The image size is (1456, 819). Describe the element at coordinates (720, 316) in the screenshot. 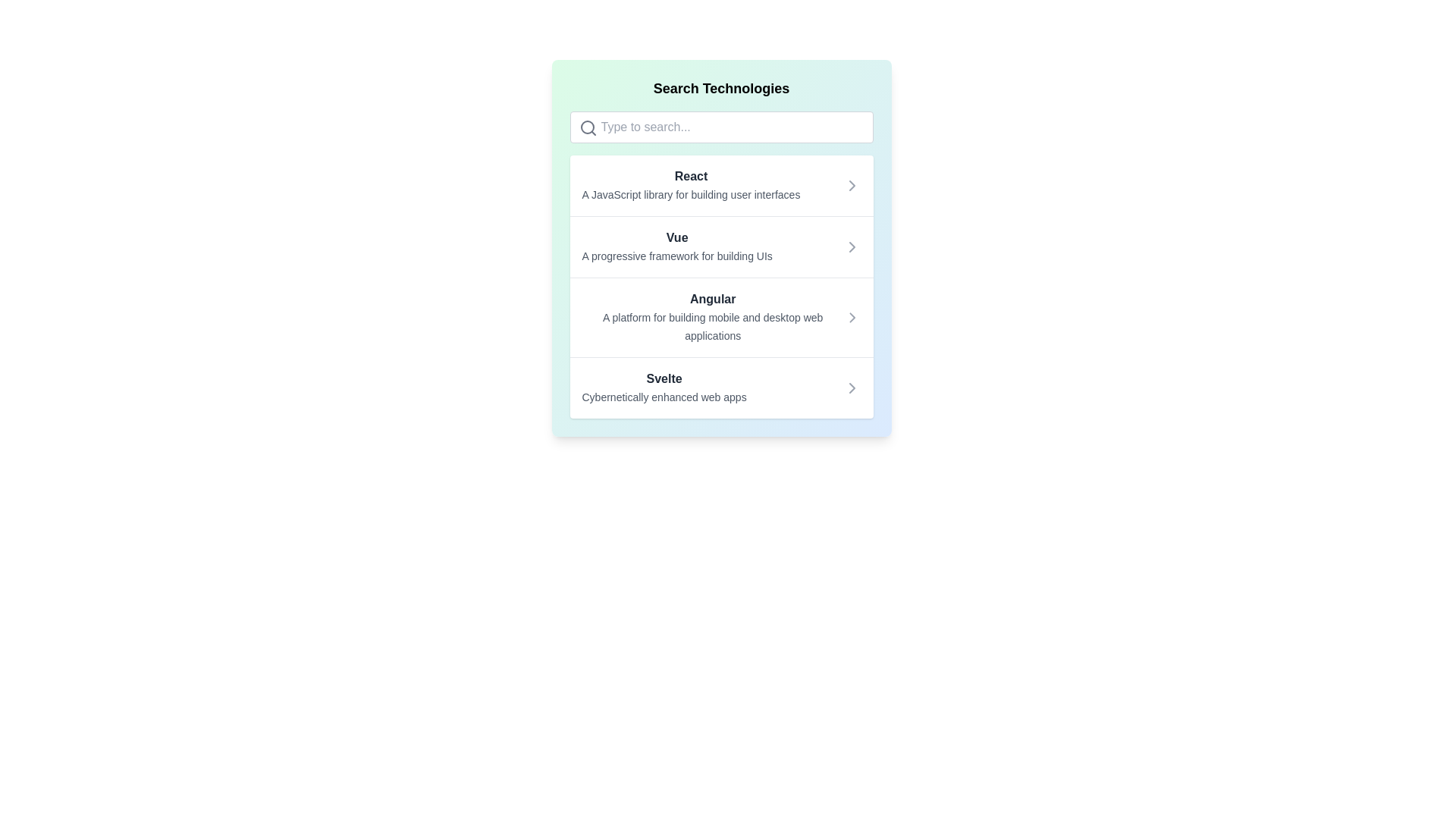

I see `the third list item in the card layout that details the 'Angular' platform` at that location.